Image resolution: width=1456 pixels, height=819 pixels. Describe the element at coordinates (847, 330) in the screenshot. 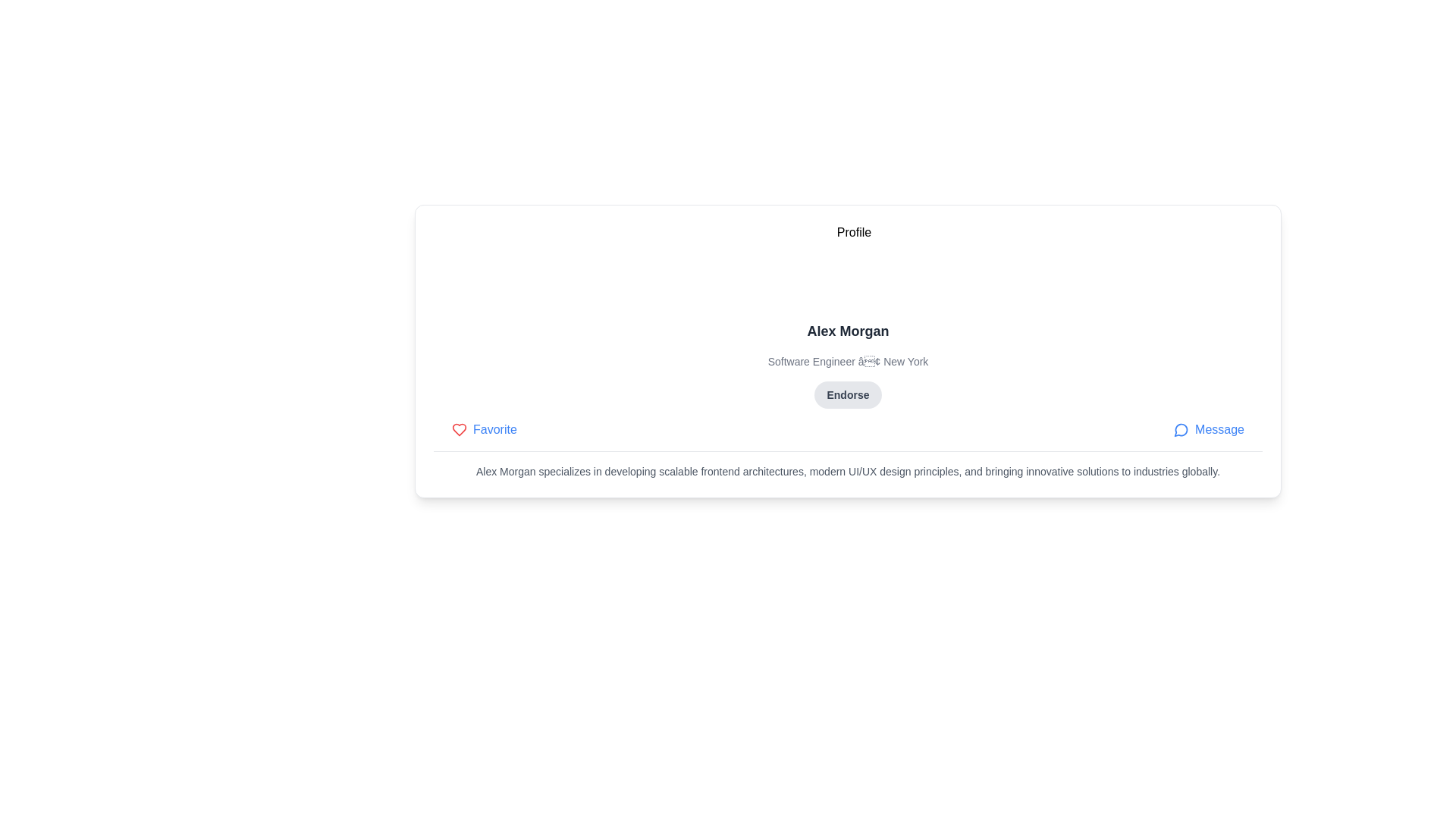

I see `the text label displaying 'Alex Morgan', which is a large, bold, dark gray font positioned above the subtitle and endorsement button` at that location.